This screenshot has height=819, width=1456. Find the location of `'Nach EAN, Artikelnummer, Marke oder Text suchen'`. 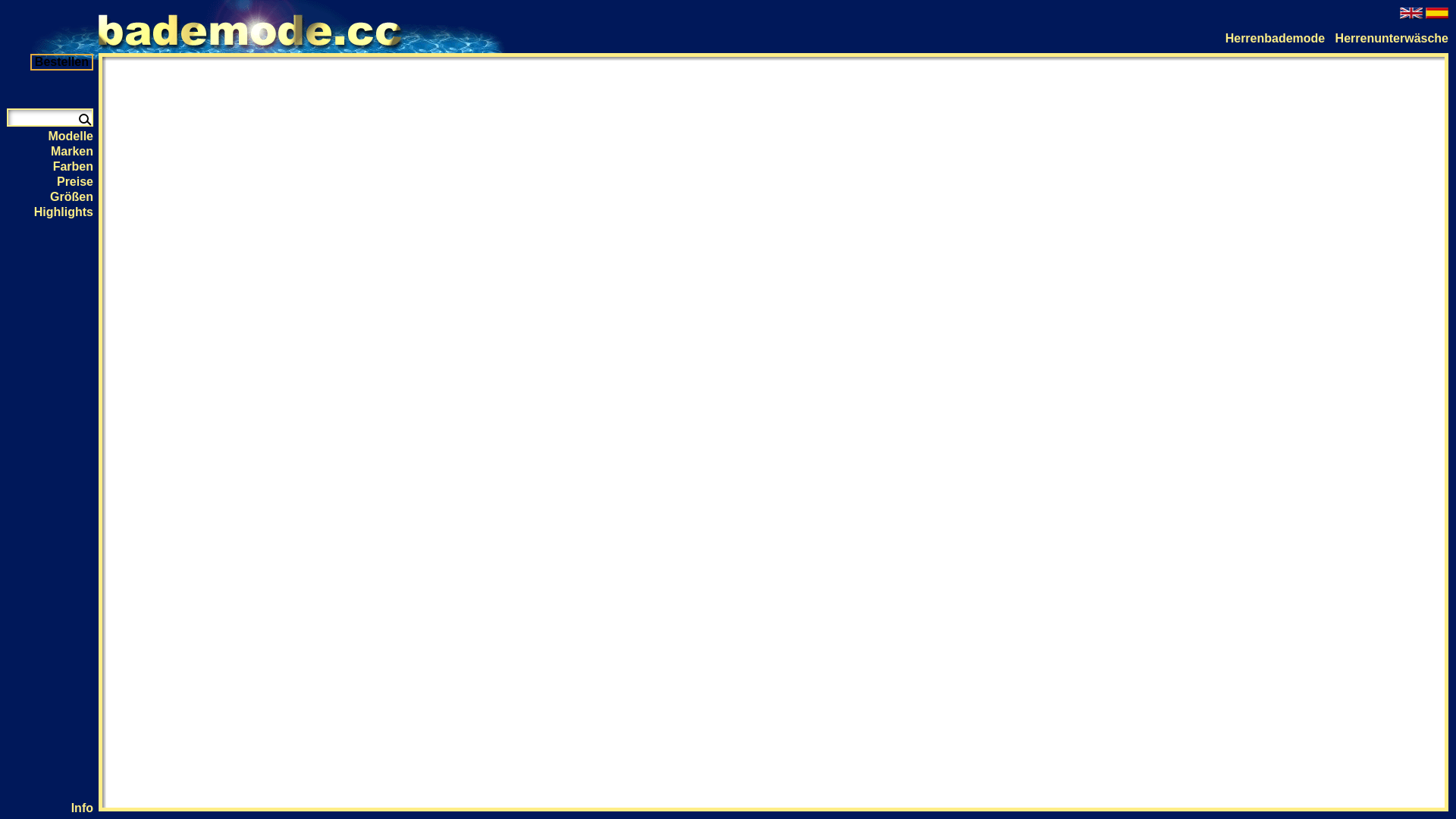

'Nach EAN, Artikelnummer, Marke oder Text suchen' is located at coordinates (83, 118).